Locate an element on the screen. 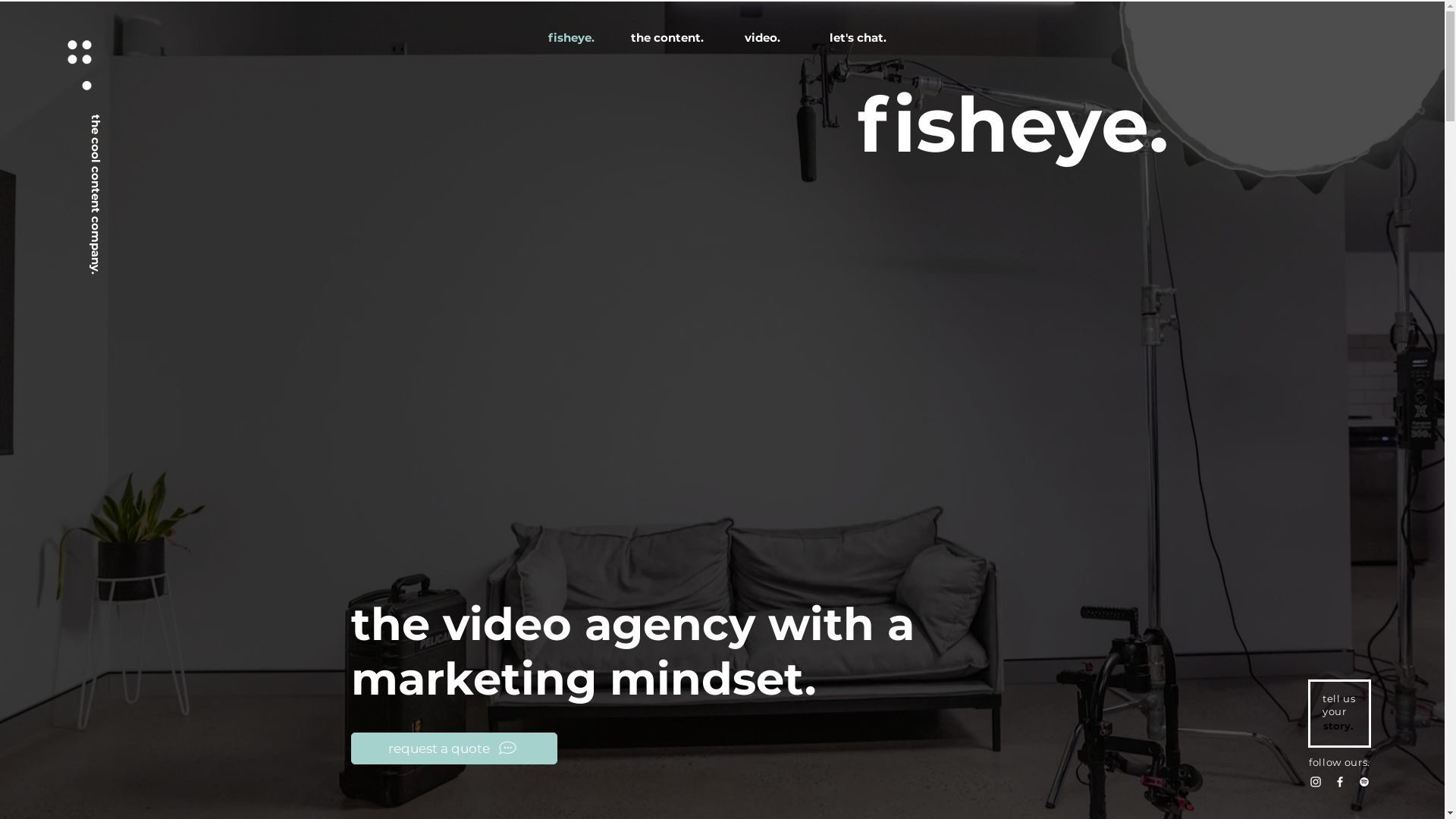 This screenshot has width=1456, height=819. 'the content.' is located at coordinates (666, 37).